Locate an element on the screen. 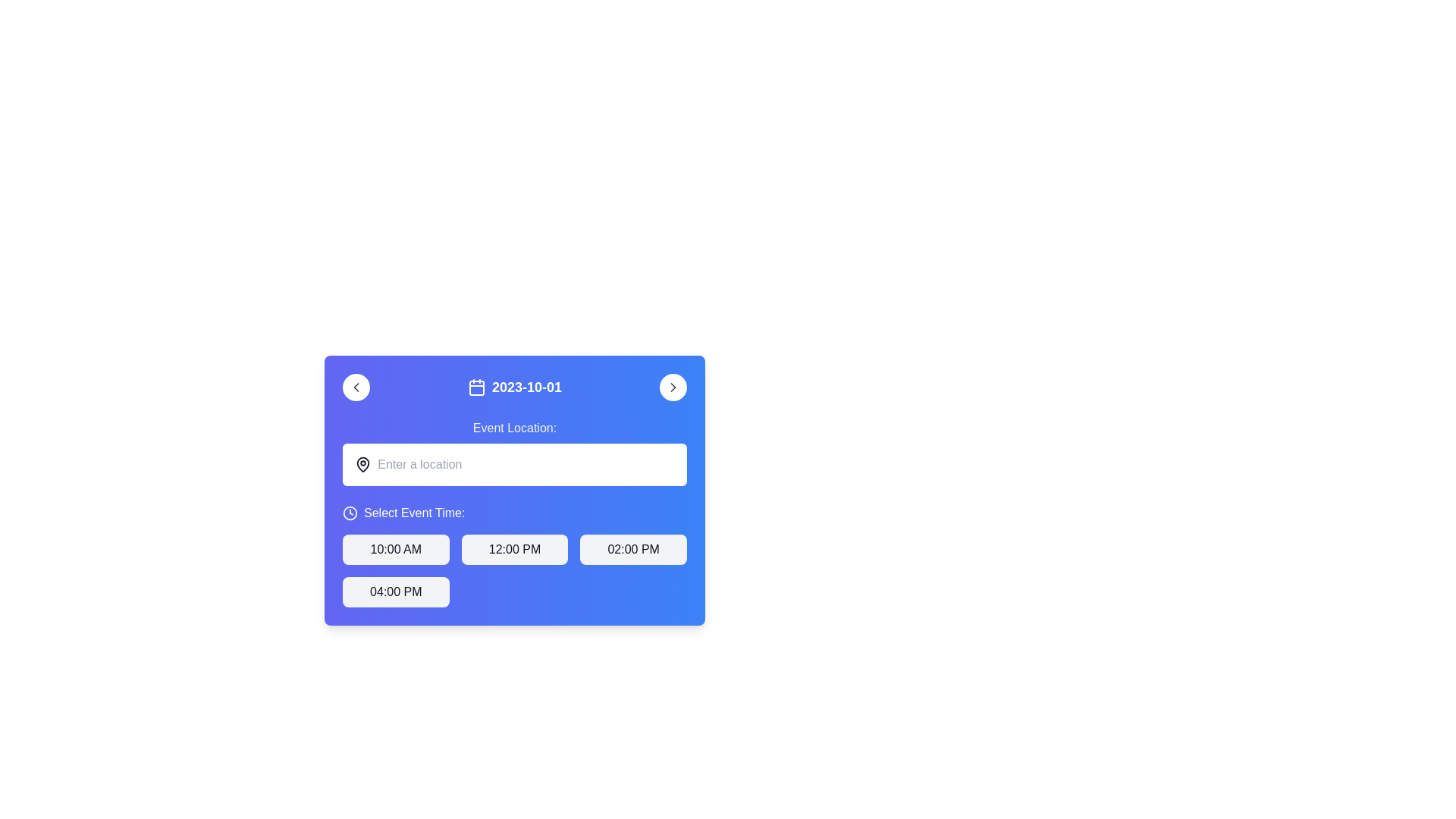  the options in the interactive grid layout for selecting event times is located at coordinates (514, 570).